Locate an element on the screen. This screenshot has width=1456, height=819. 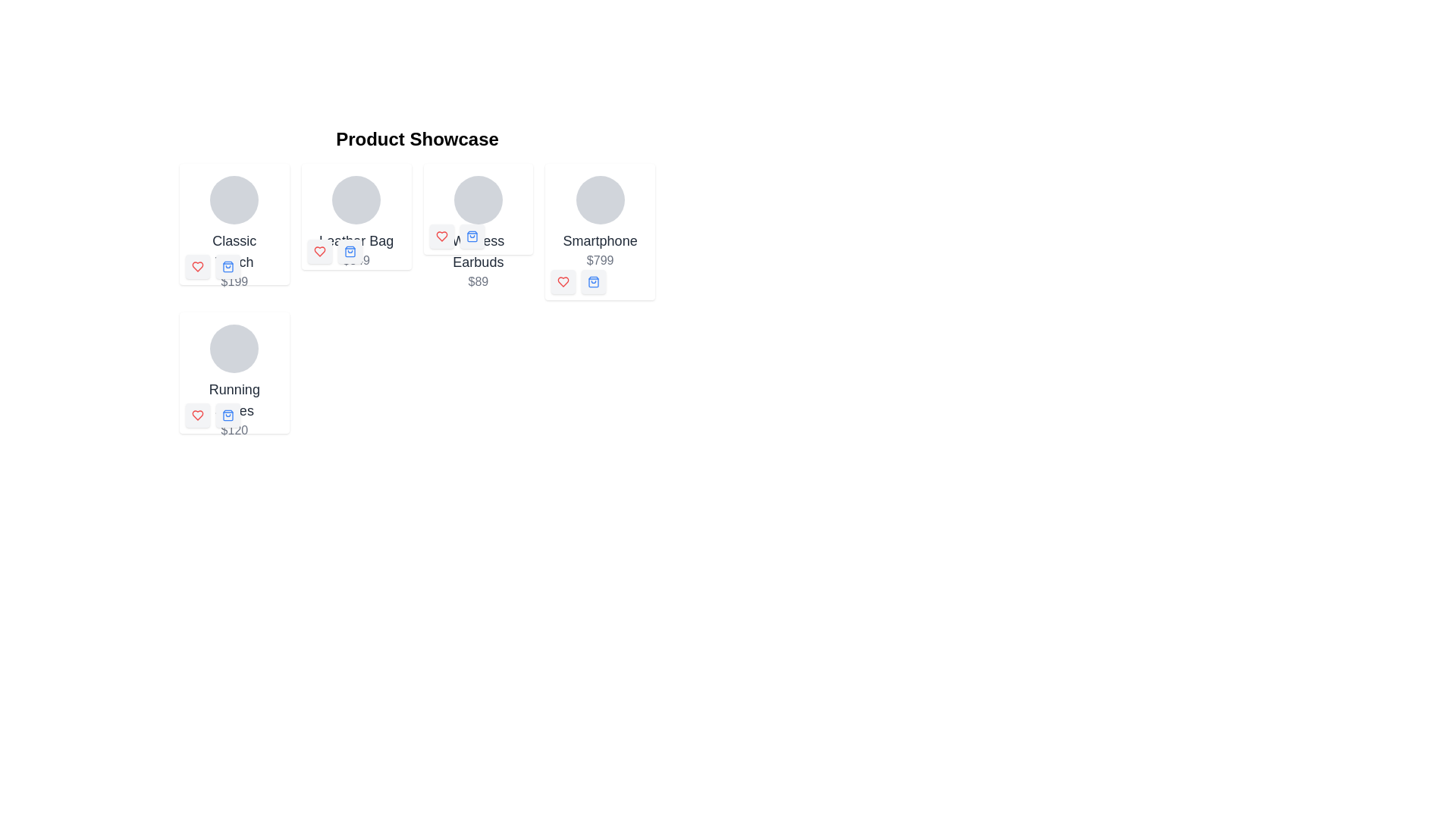
the image on the Information display card for the product 'Smartphone' priced at '$799' is located at coordinates (599, 222).